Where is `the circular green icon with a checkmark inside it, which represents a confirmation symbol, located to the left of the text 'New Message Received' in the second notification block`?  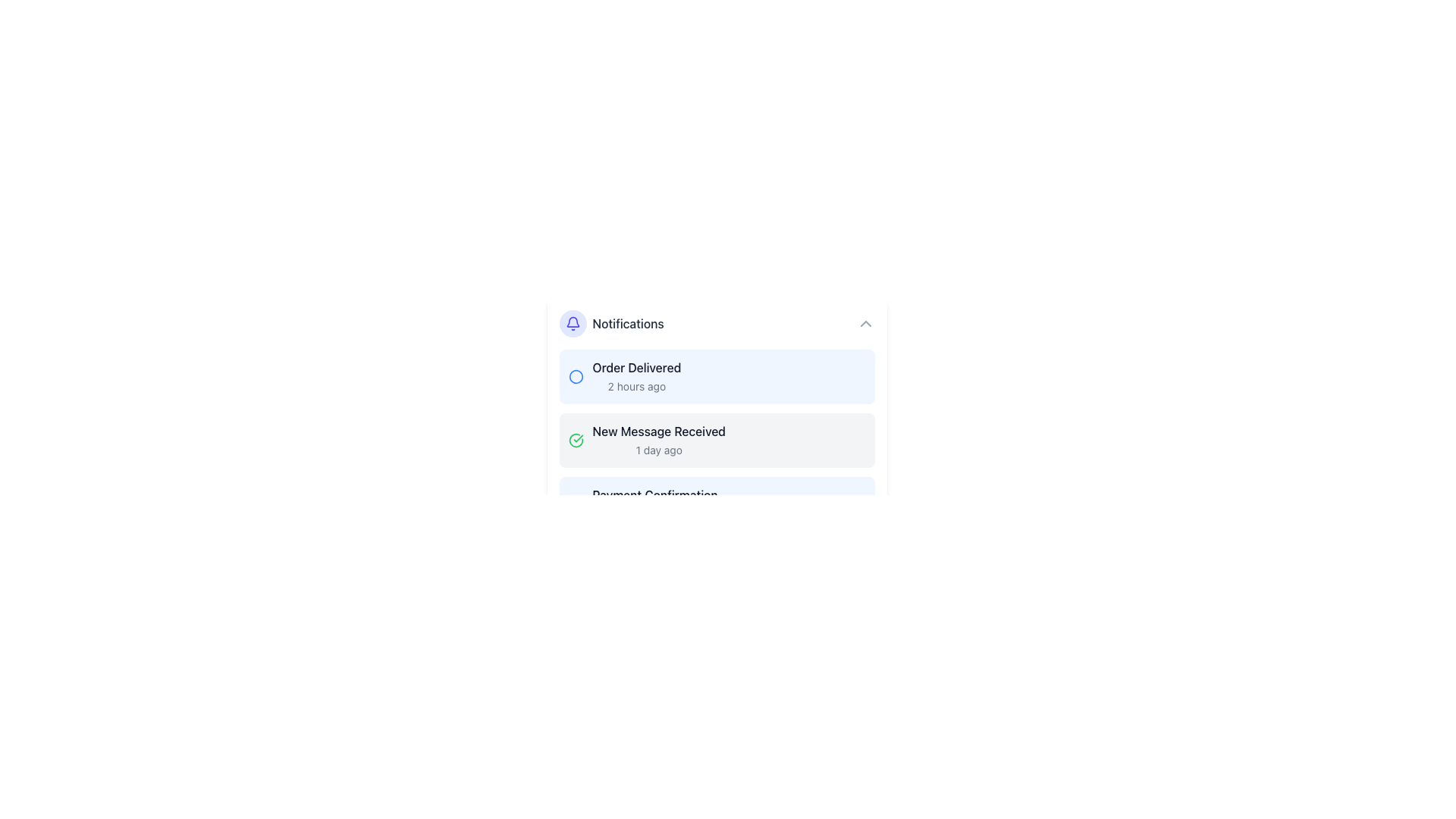 the circular green icon with a checkmark inside it, which represents a confirmation symbol, located to the left of the text 'New Message Received' in the second notification block is located at coordinates (575, 441).